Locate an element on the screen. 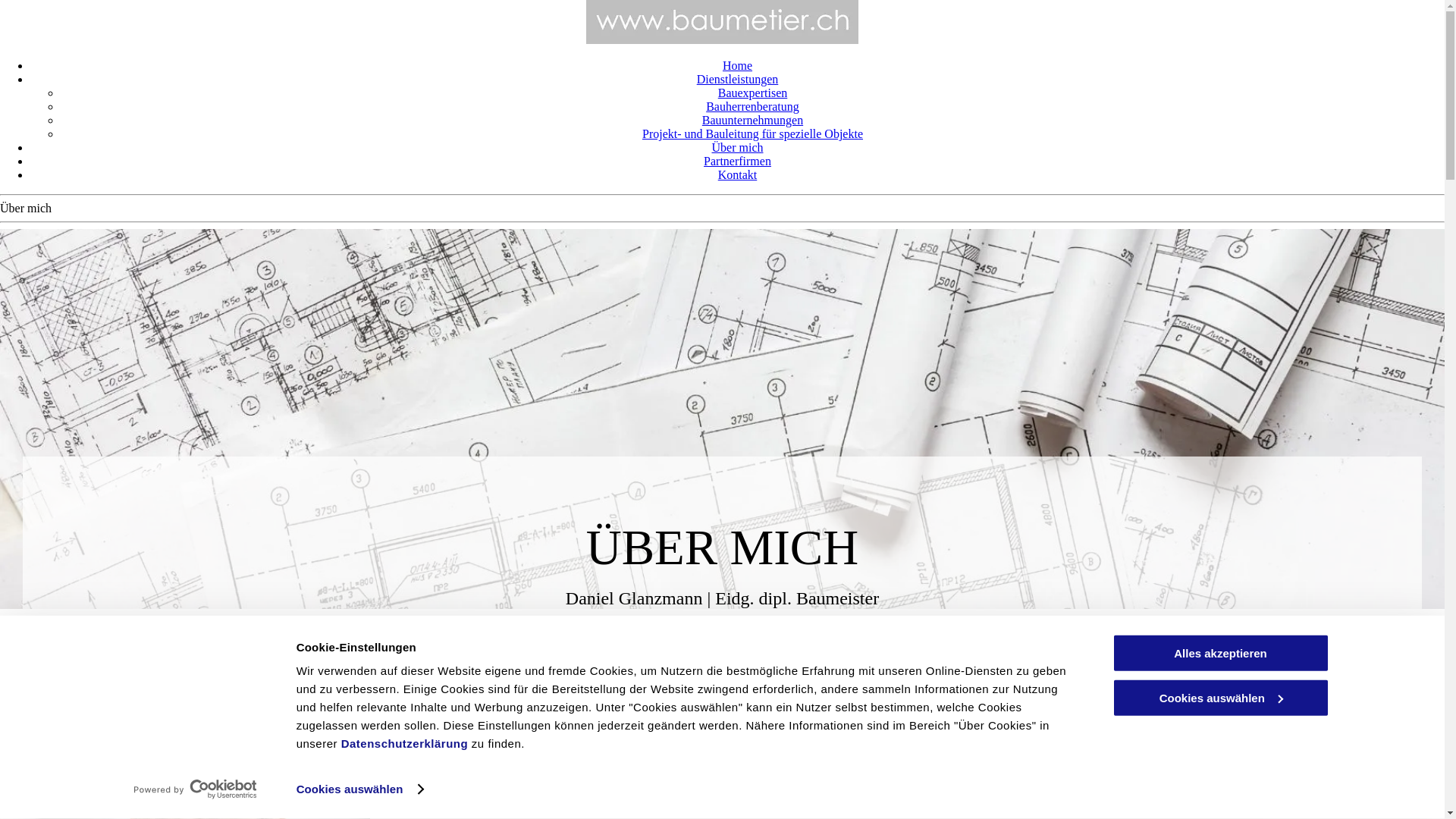 Image resolution: width=1456 pixels, height=819 pixels. 'Bauexpertisen' is located at coordinates (753, 93).